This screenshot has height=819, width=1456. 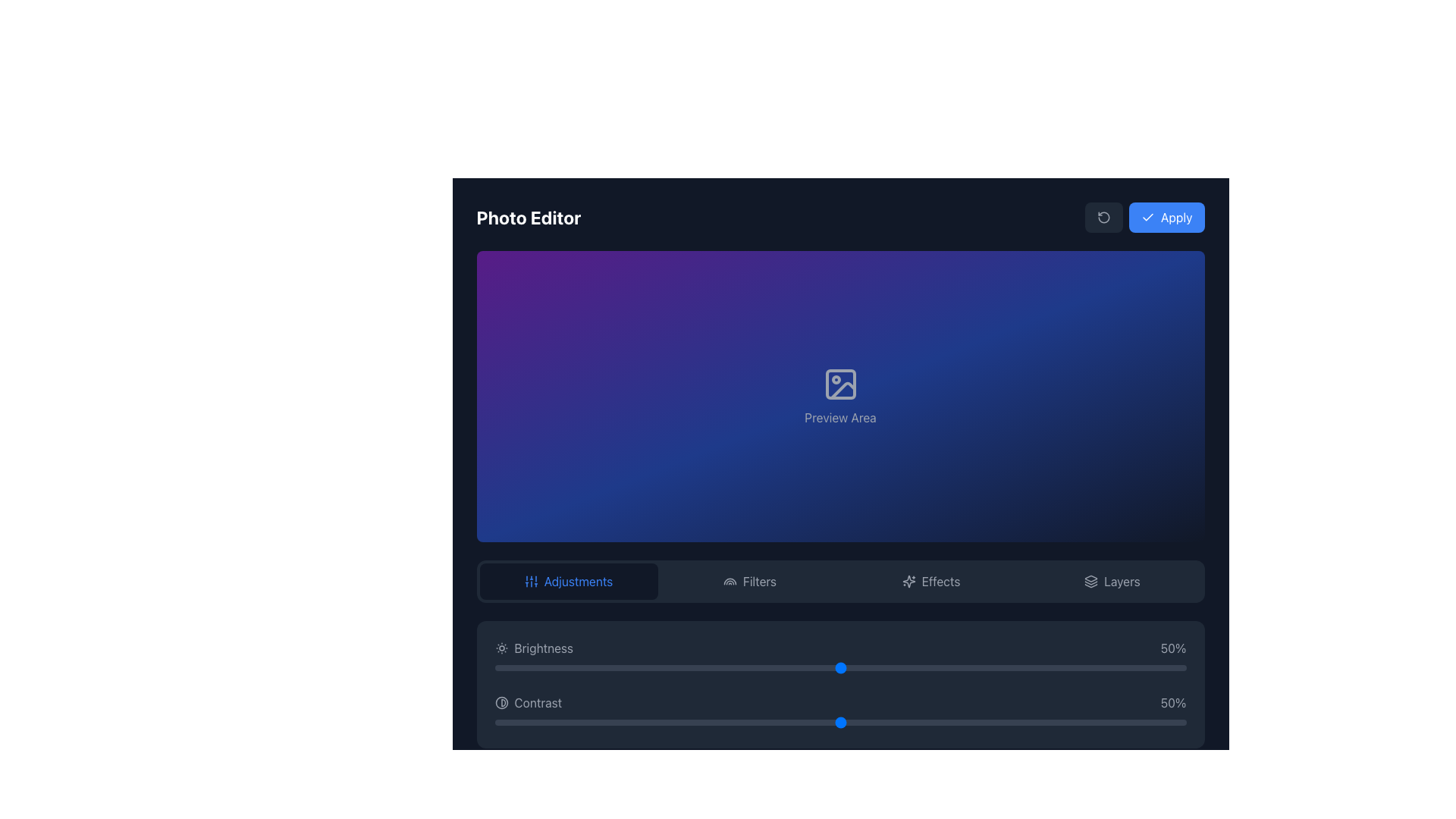 What do you see at coordinates (922, 667) in the screenshot?
I see `the slider value` at bounding box center [922, 667].